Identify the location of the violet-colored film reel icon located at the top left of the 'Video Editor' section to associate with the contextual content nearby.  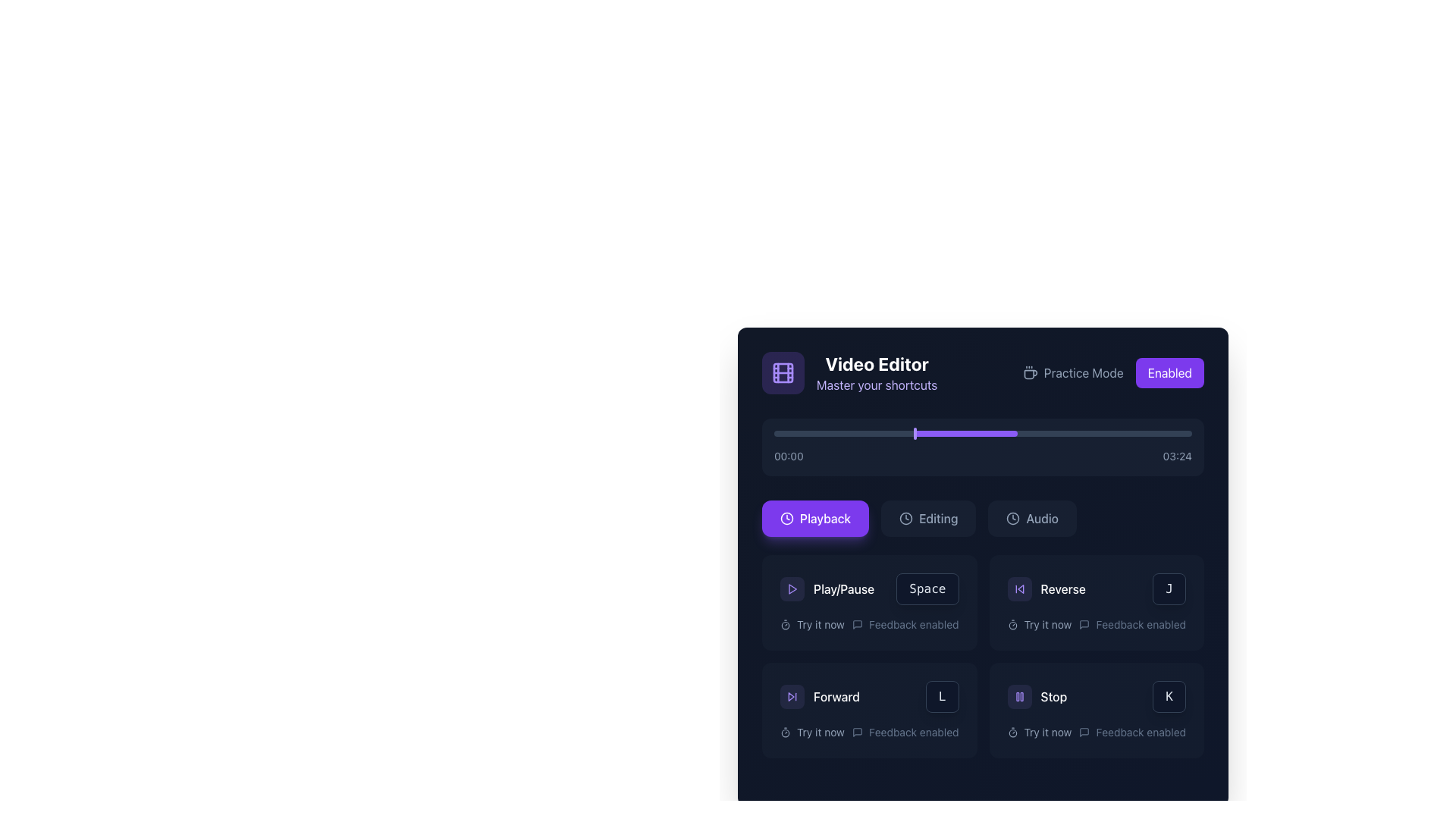
(783, 373).